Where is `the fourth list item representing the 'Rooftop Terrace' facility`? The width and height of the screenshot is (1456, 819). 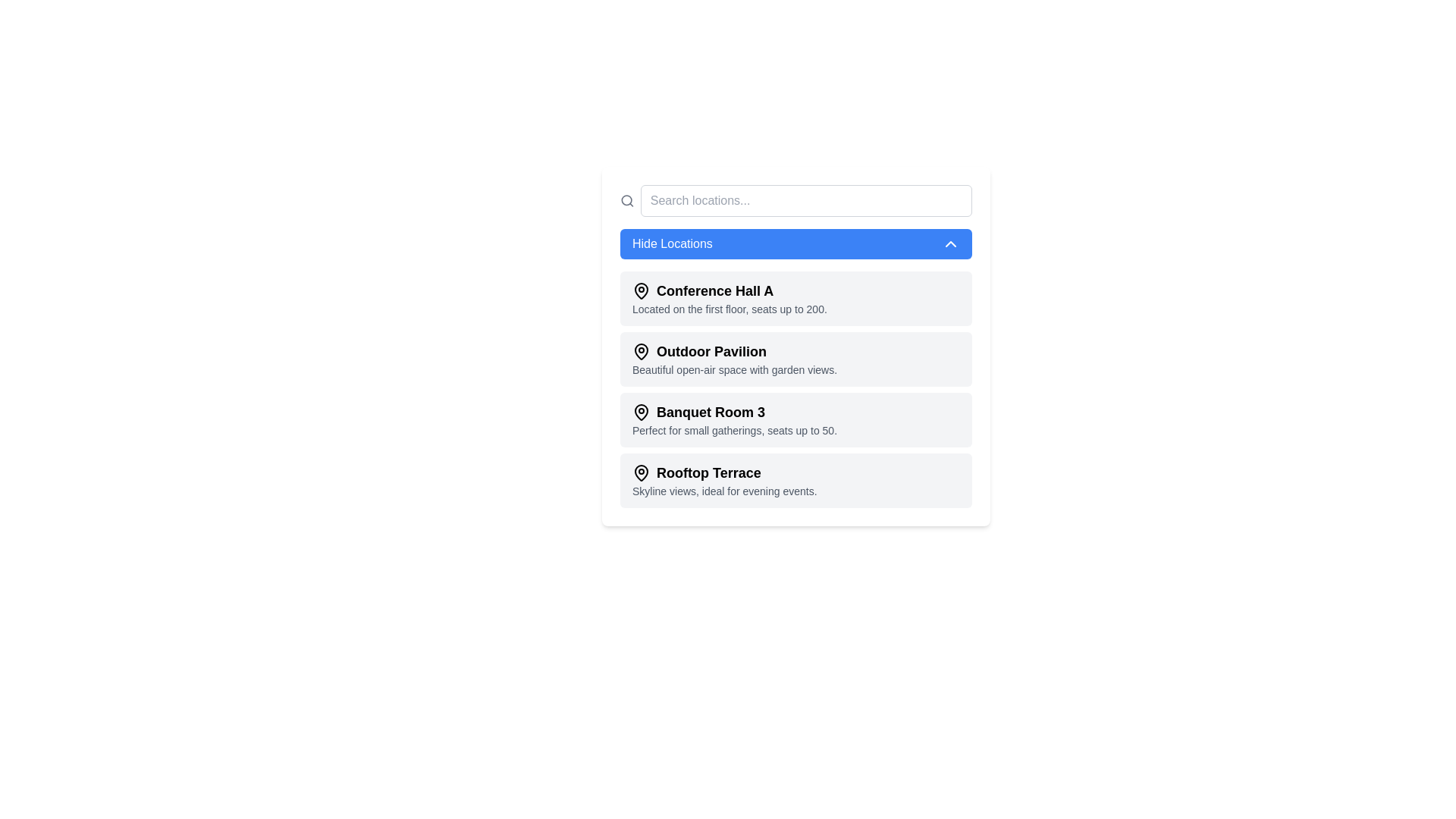 the fourth list item representing the 'Rooftop Terrace' facility is located at coordinates (795, 480).